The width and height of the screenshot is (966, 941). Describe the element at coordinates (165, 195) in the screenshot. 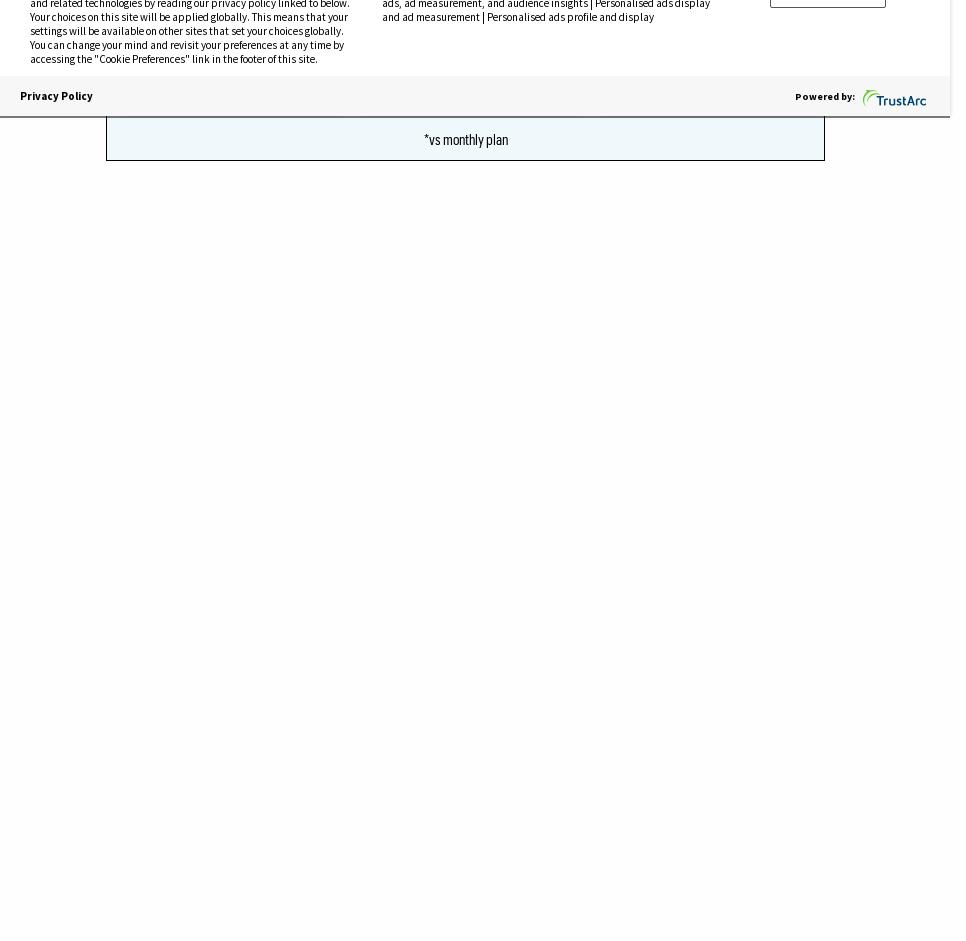

I see `'Health insurer'` at that location.